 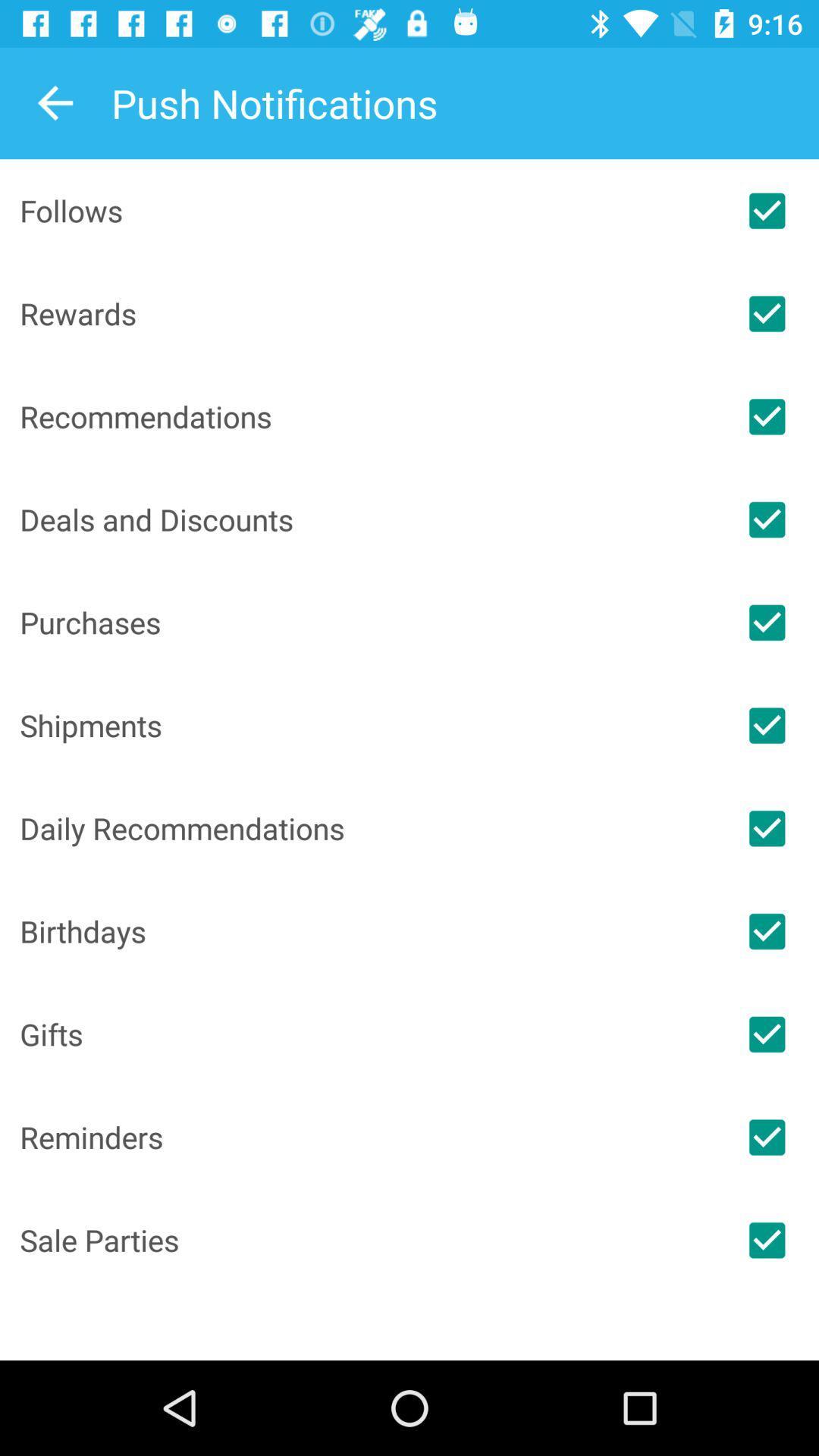 What do you see at coordinates (767, 519) in the screenshot?
I see `switch the deals and discounts` at bounding box center [767, 519].